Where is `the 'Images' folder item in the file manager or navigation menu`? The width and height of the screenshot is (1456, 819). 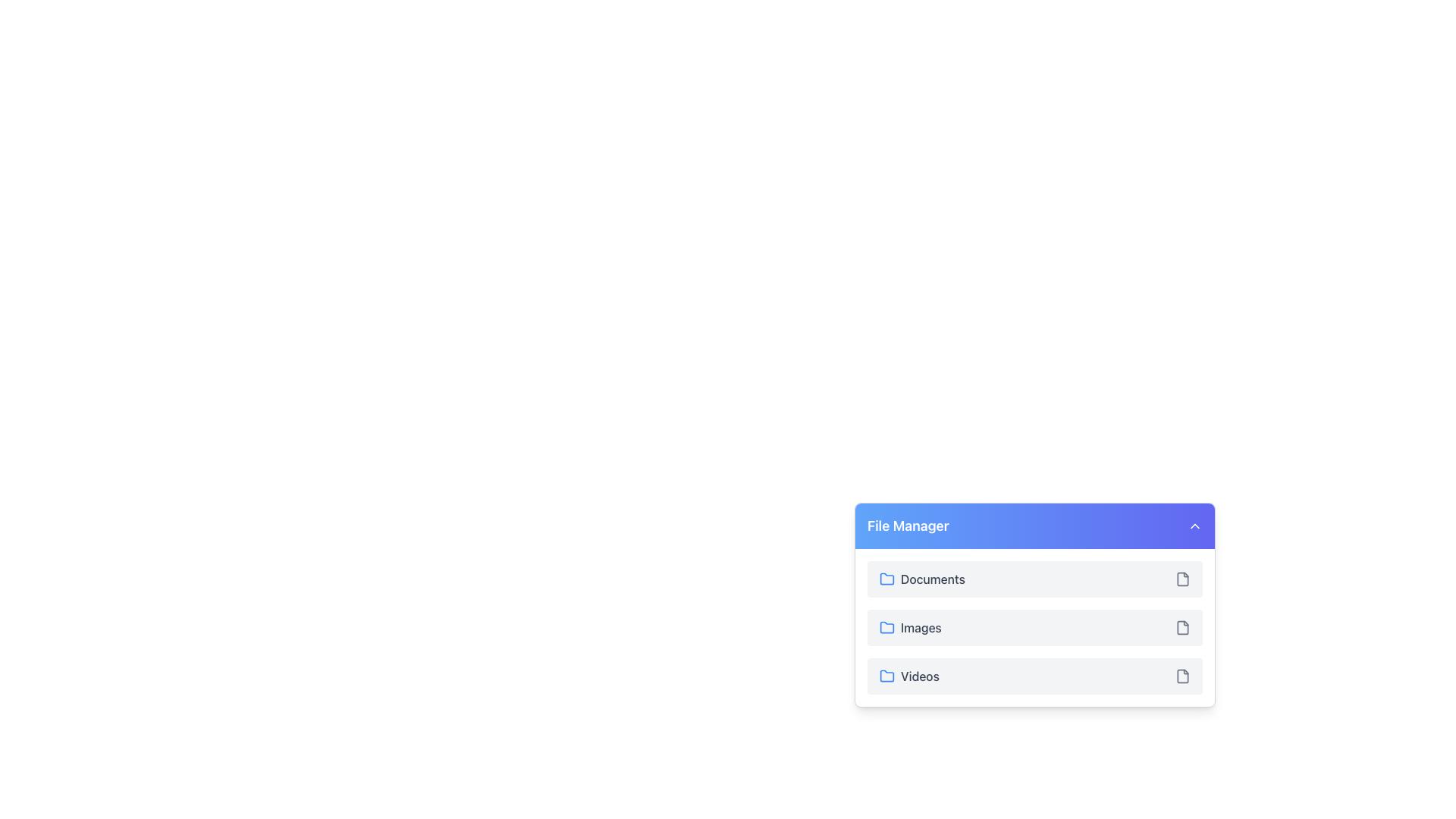
the 'Images' folder item in the file manager or navigation menu is located at coordinates (910, 628).